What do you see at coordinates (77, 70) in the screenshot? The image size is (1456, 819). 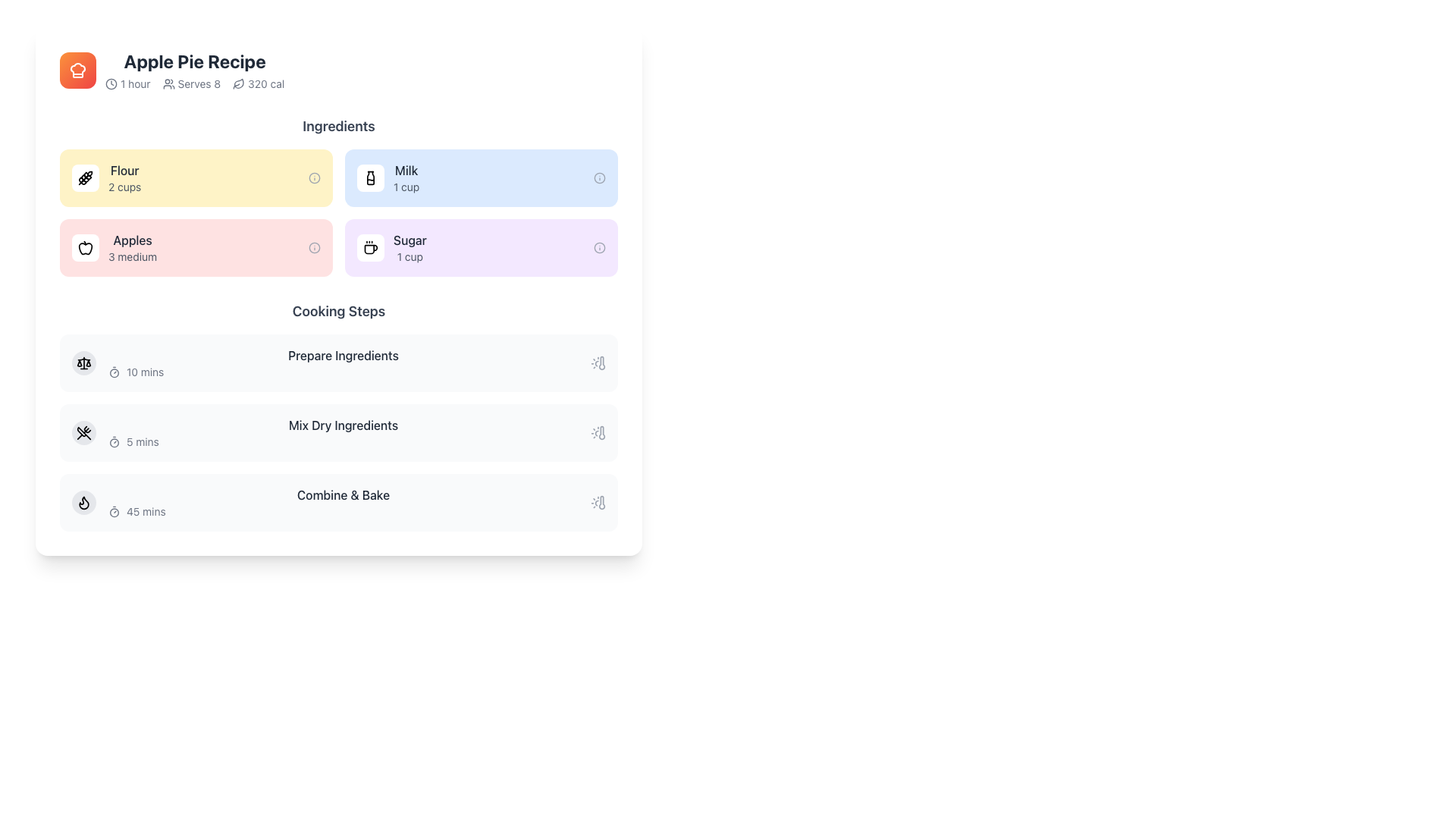 I see `the chef hat icon located beside the 'Apple Pie Recipe' title, which is characterized by smooth curves and a minimalist design` at bounding box center [77, 70].